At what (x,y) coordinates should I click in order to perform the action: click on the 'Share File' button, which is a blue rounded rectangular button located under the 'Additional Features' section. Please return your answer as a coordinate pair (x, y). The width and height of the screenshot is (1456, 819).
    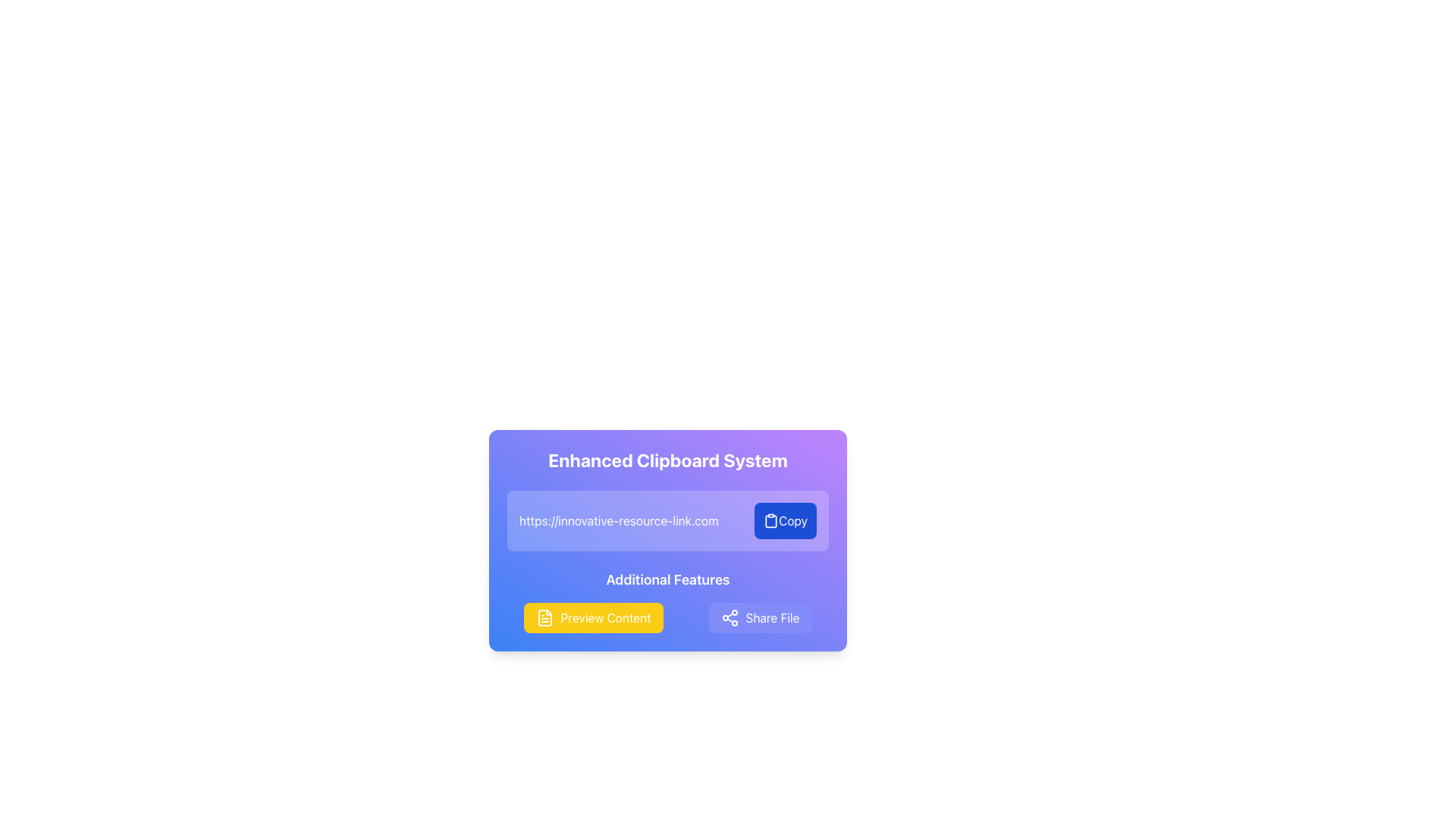
    Looking at the image, I should click on (761, 617).